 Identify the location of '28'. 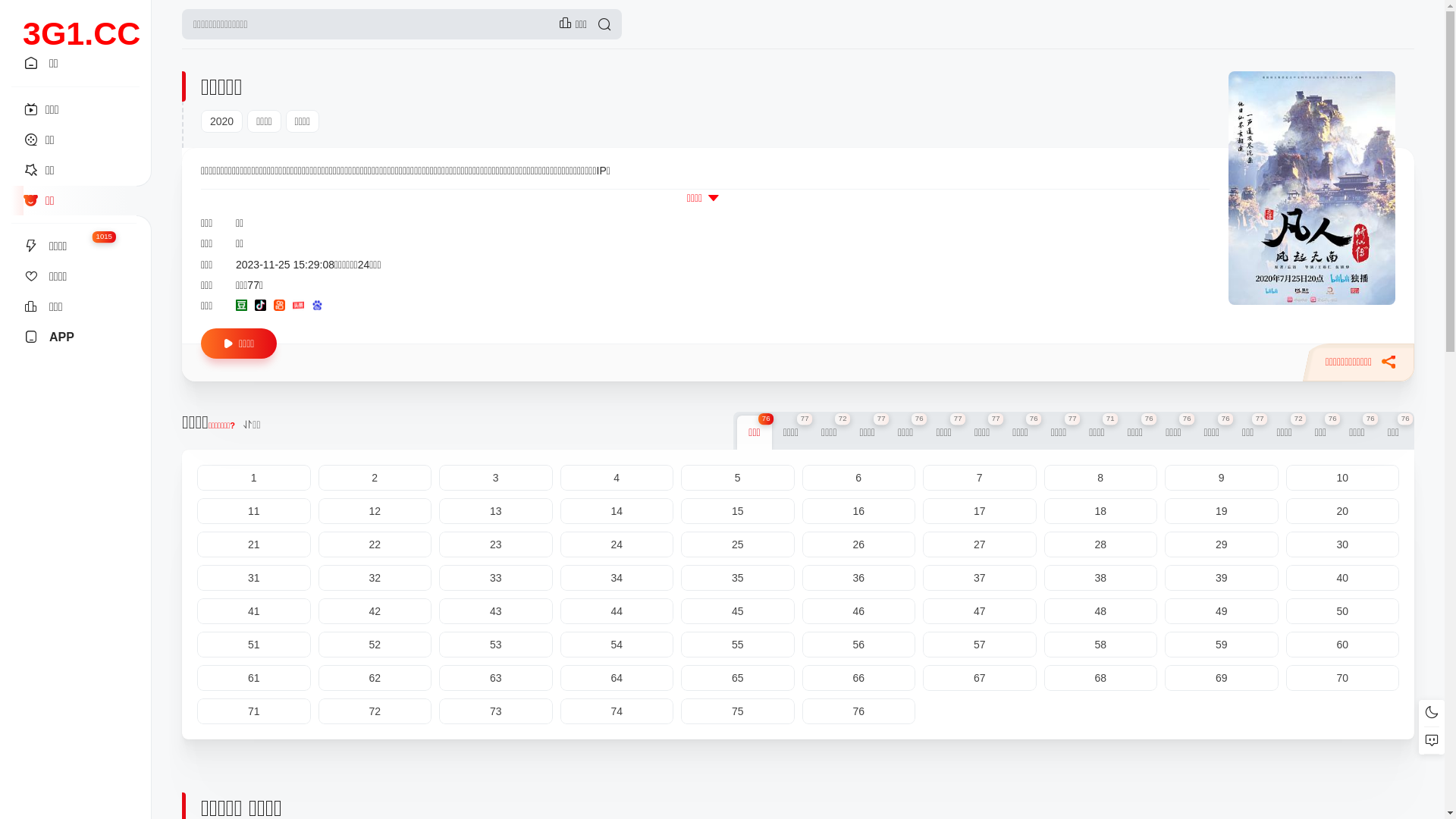
(1100, 543).